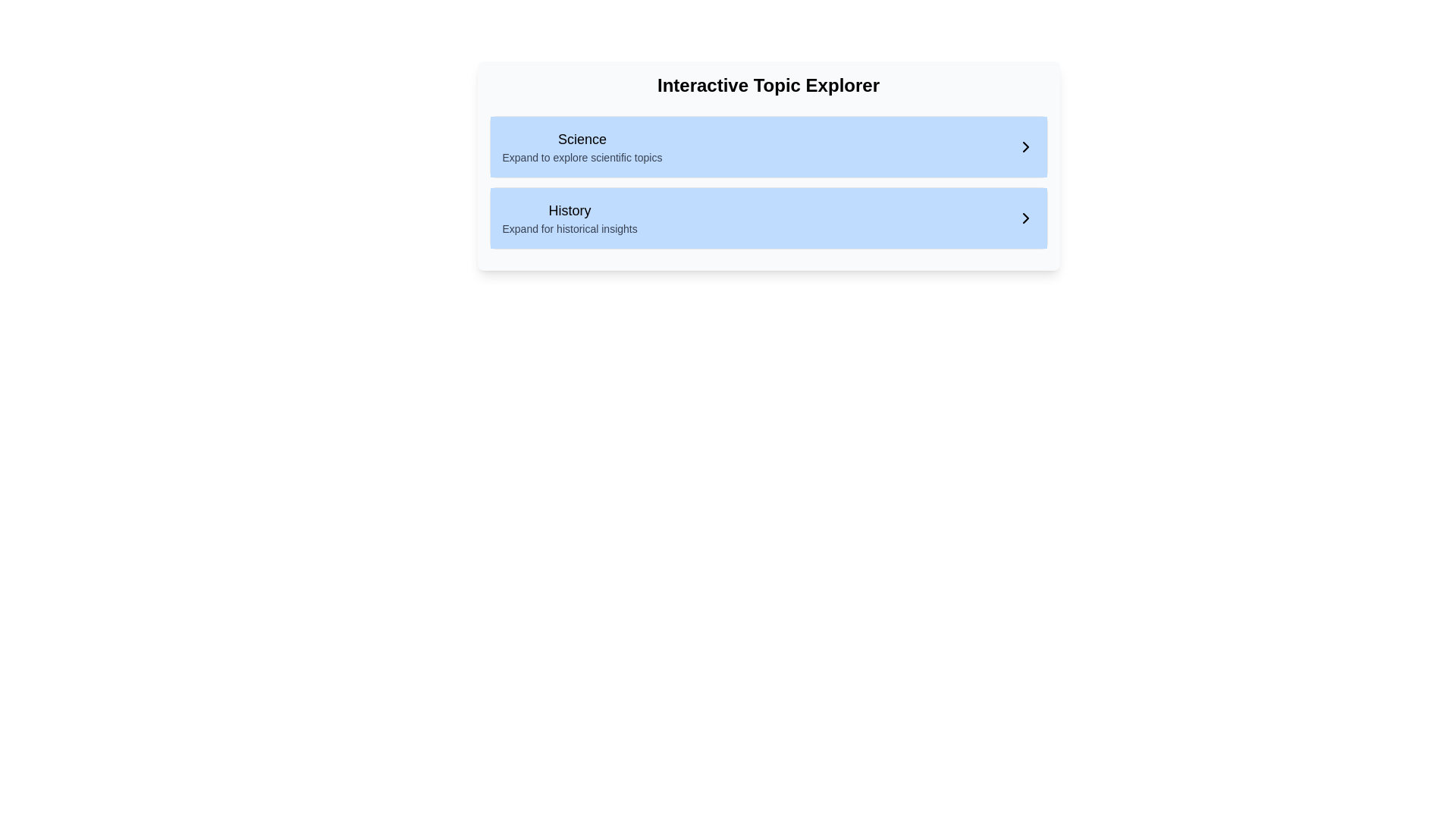  Describe the element at coordinates (582, 140) in the screenshot. I see `the text label displaying 'Science' in medium font size, styled in black on a blue background, located at the top of the first blue section under 'Interactive Topic Explorer'` at that location.